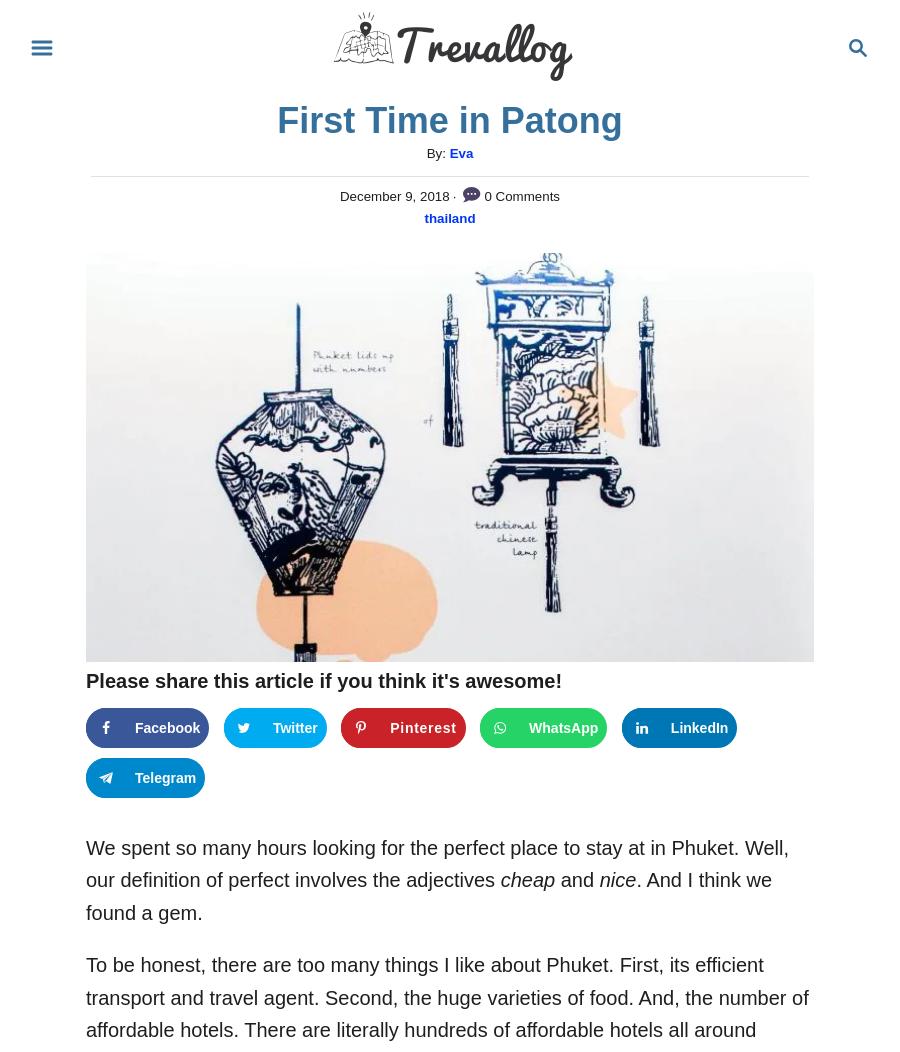  What do you see at coordinates (437, 152) in the screenshot?
I see `'By:'` at bounding box center [437, 152].